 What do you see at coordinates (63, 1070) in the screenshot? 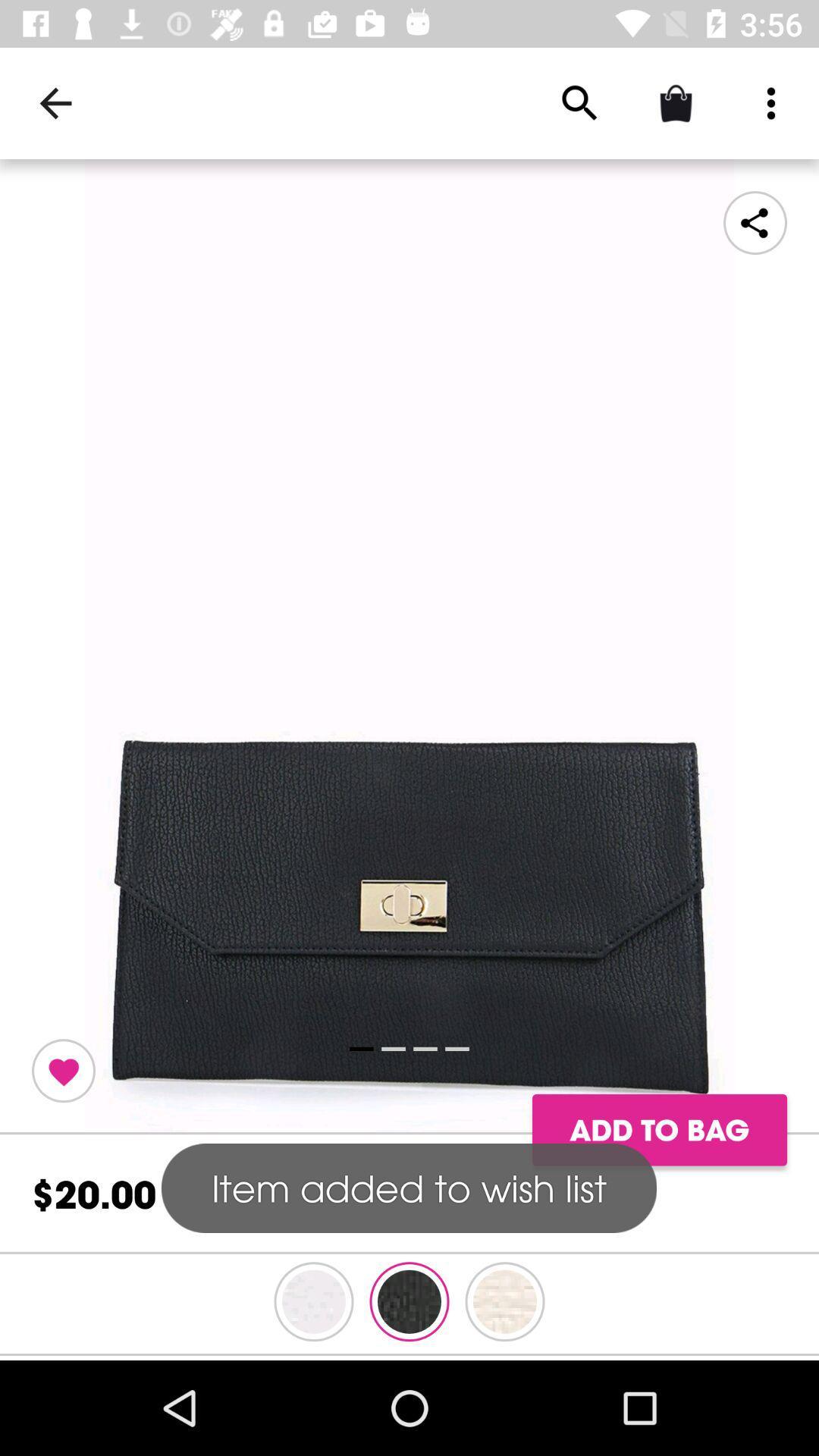
I see `the favorite icon` at bounding box center [63, 1070].